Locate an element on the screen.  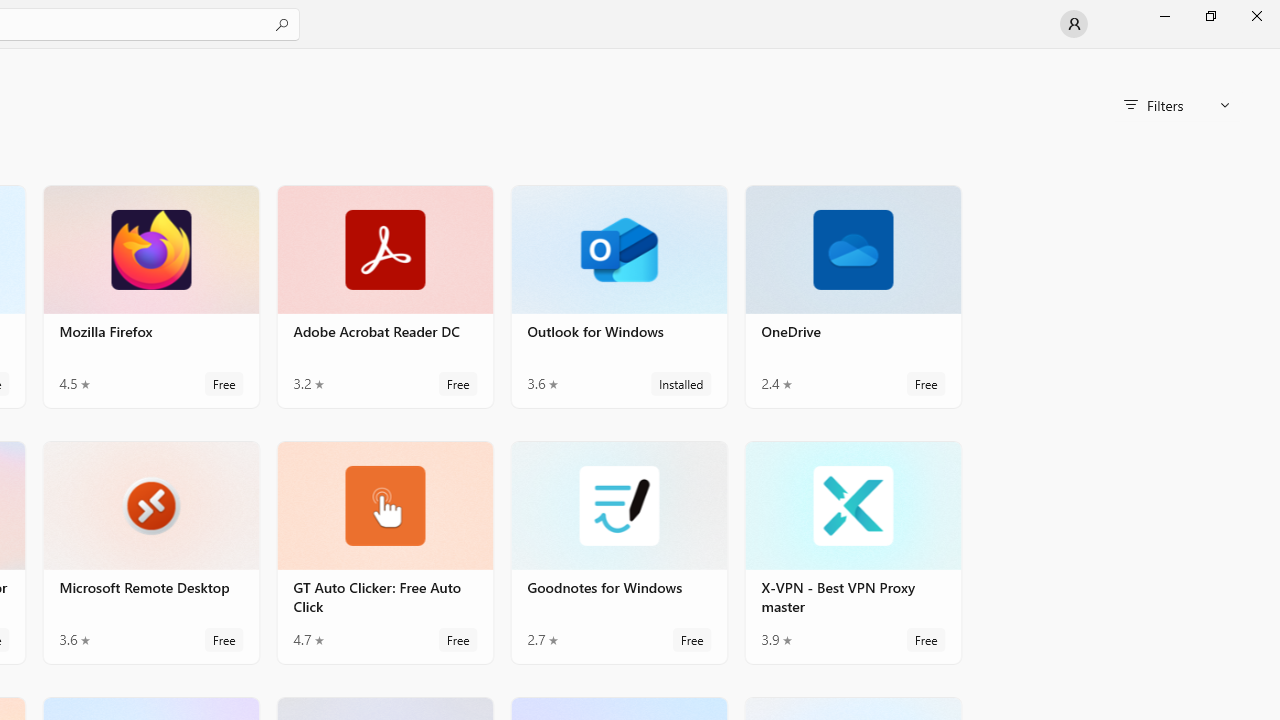
'Close Microsoft Store' is located at coordinates (1255, 15).